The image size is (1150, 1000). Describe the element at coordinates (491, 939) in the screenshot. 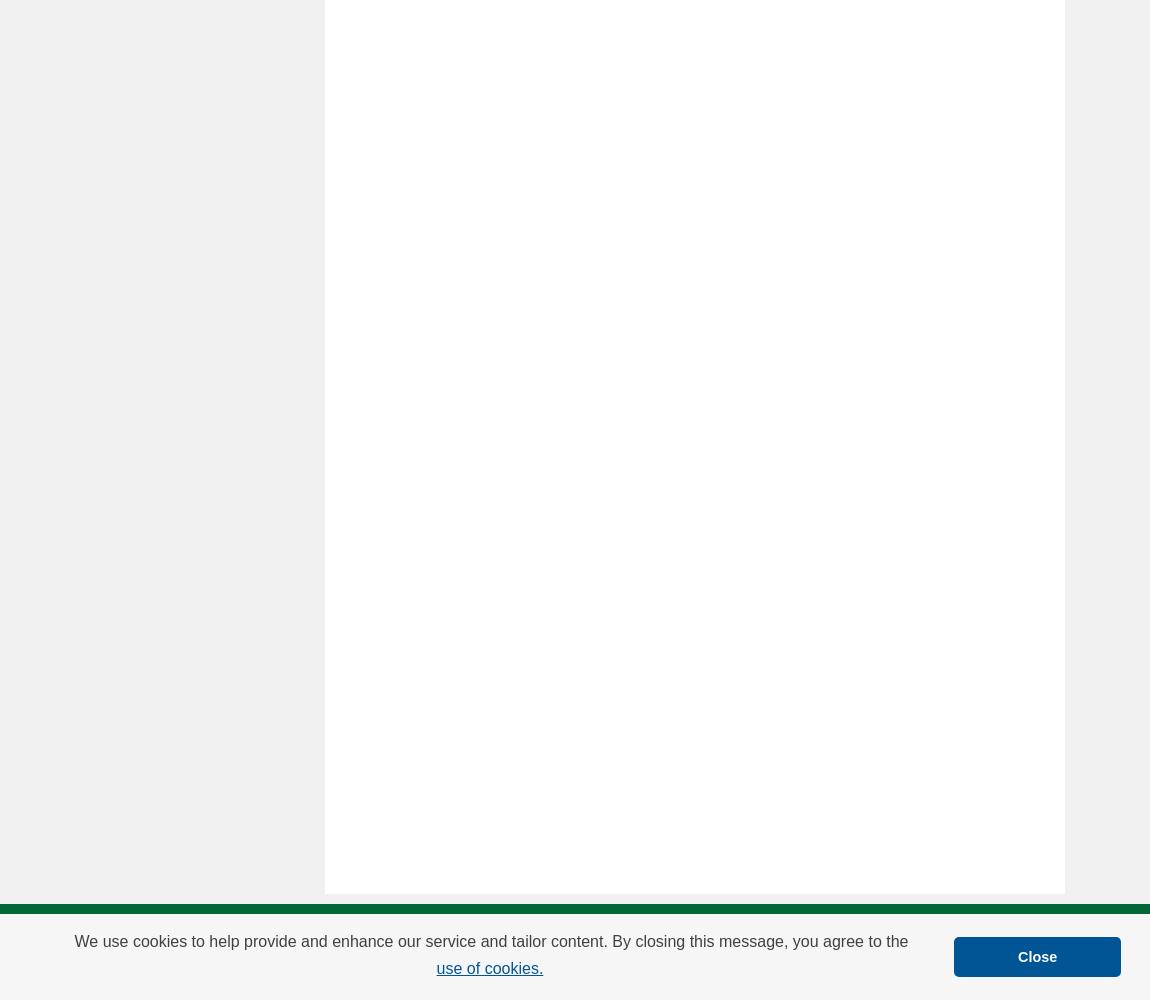

I see `'We use cookies to help provide and enhance our service and tailor content. By closing this message, you agree to the'` at that location.